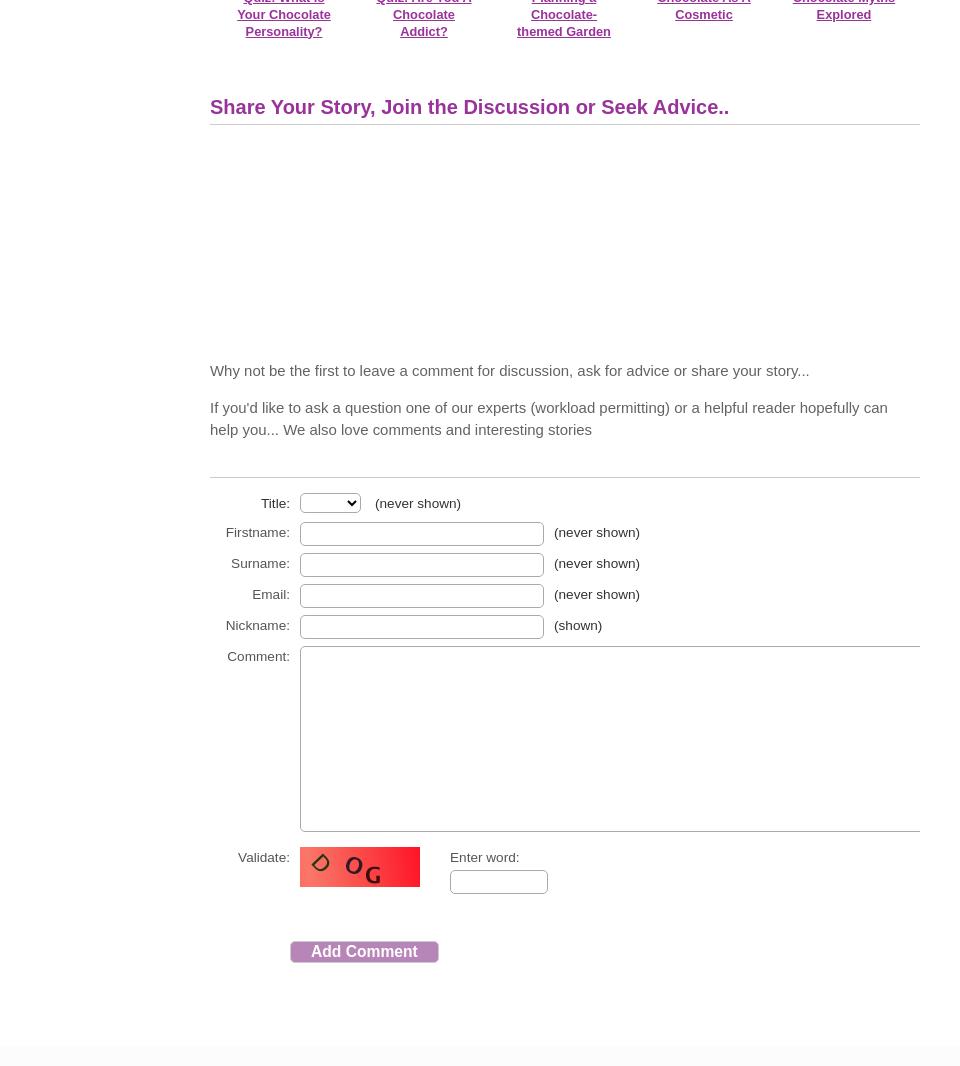 The height and width of the screenshot is (1066, 960). I want to click on 'Comment:', so click(257, 655).